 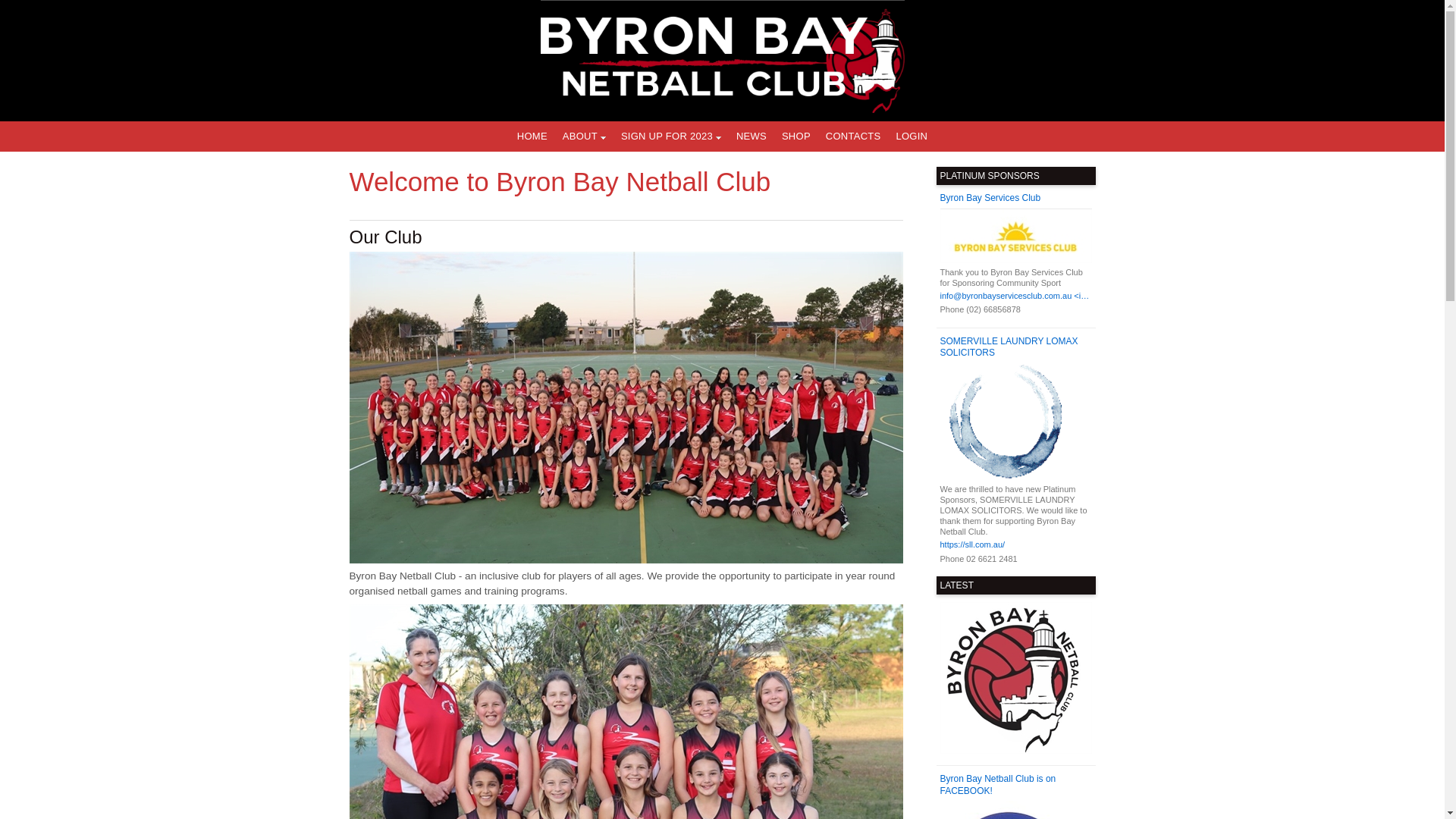 I want to click on 'LOGIN', so click(x=910, y=136).